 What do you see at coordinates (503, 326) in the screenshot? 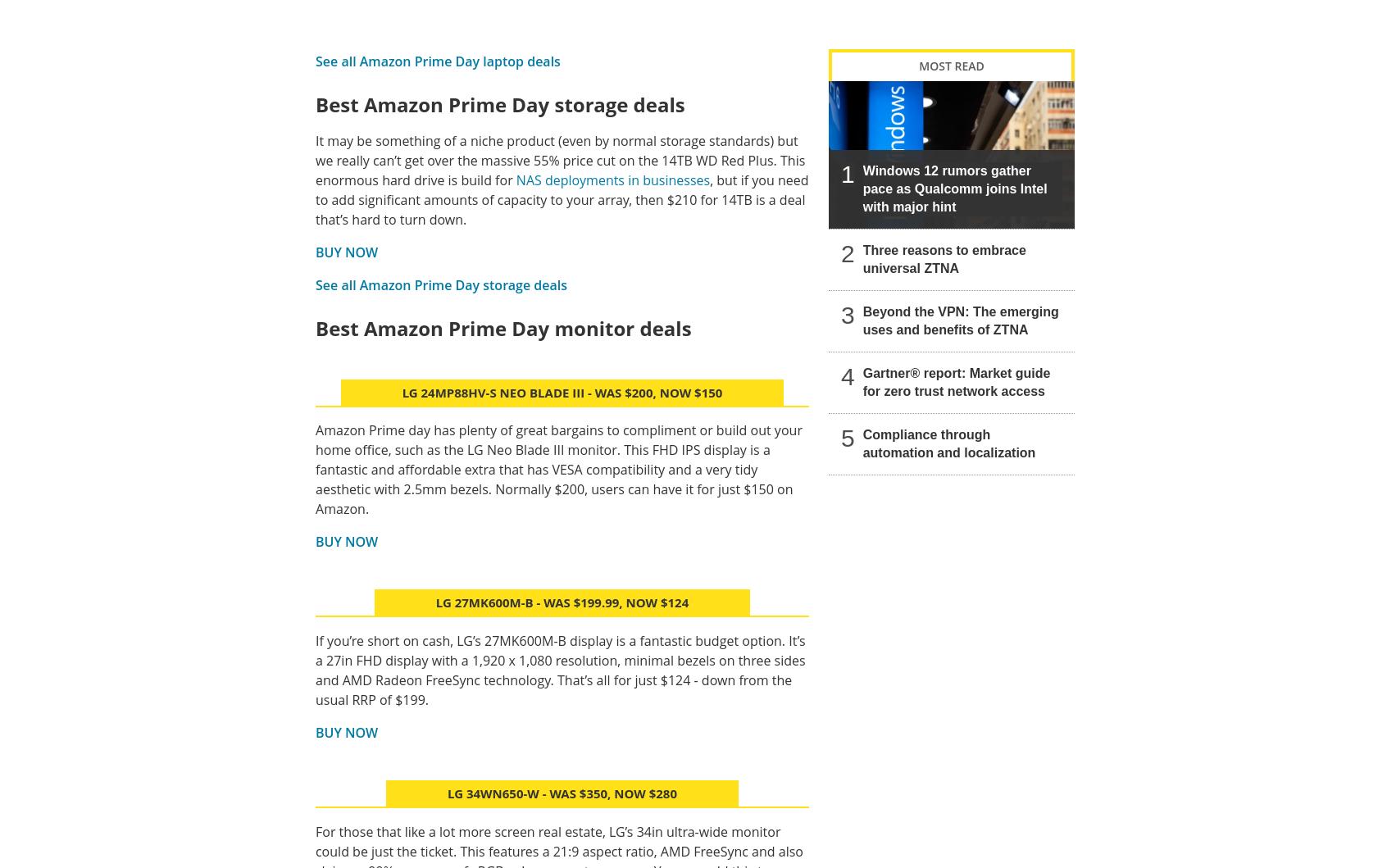
I see `'Best Amazon Prime Day monitor deals'` at bounding box center [503, 326].